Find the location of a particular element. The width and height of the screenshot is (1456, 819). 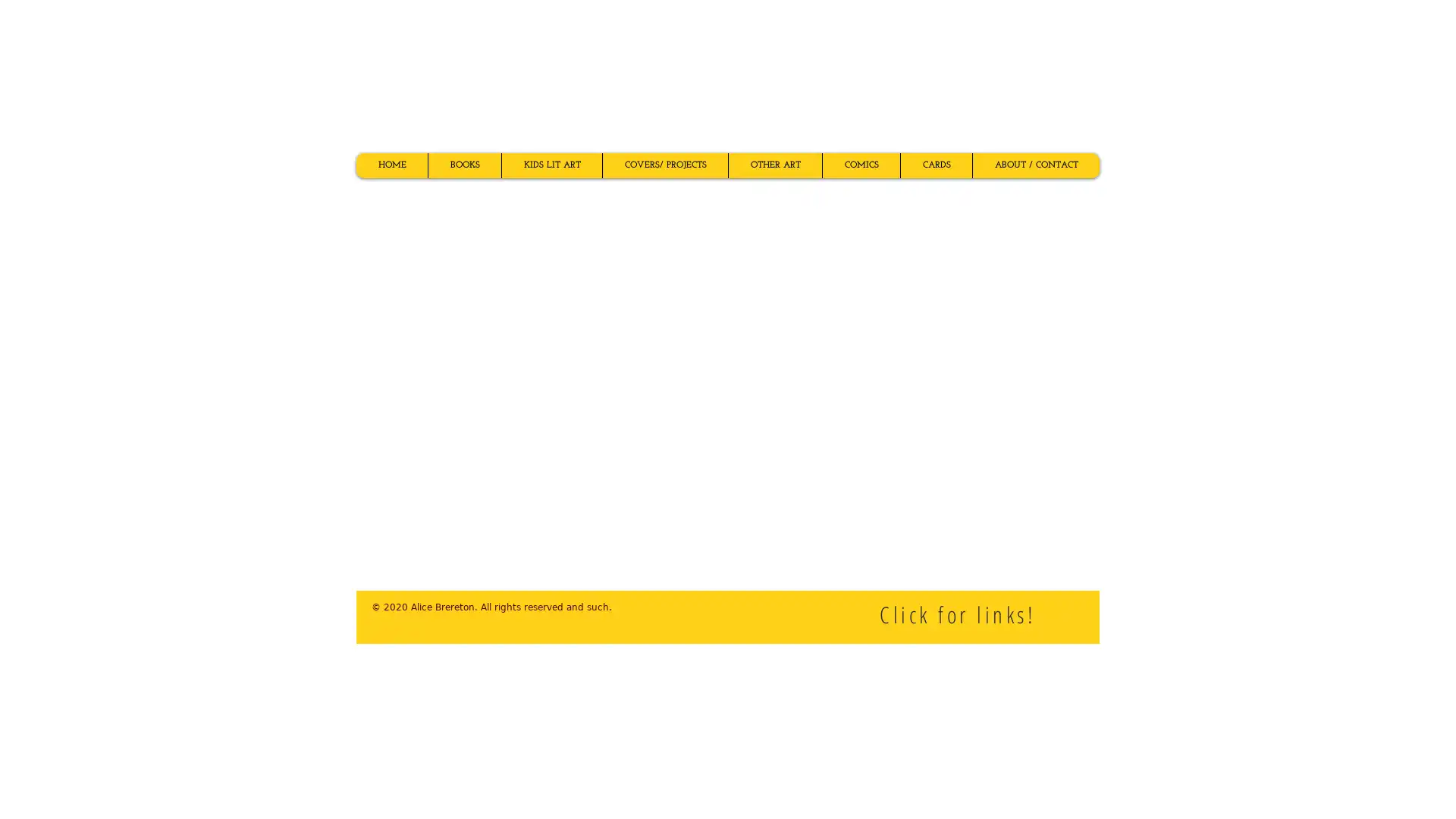

play backward is located at coordinates (373, 403).